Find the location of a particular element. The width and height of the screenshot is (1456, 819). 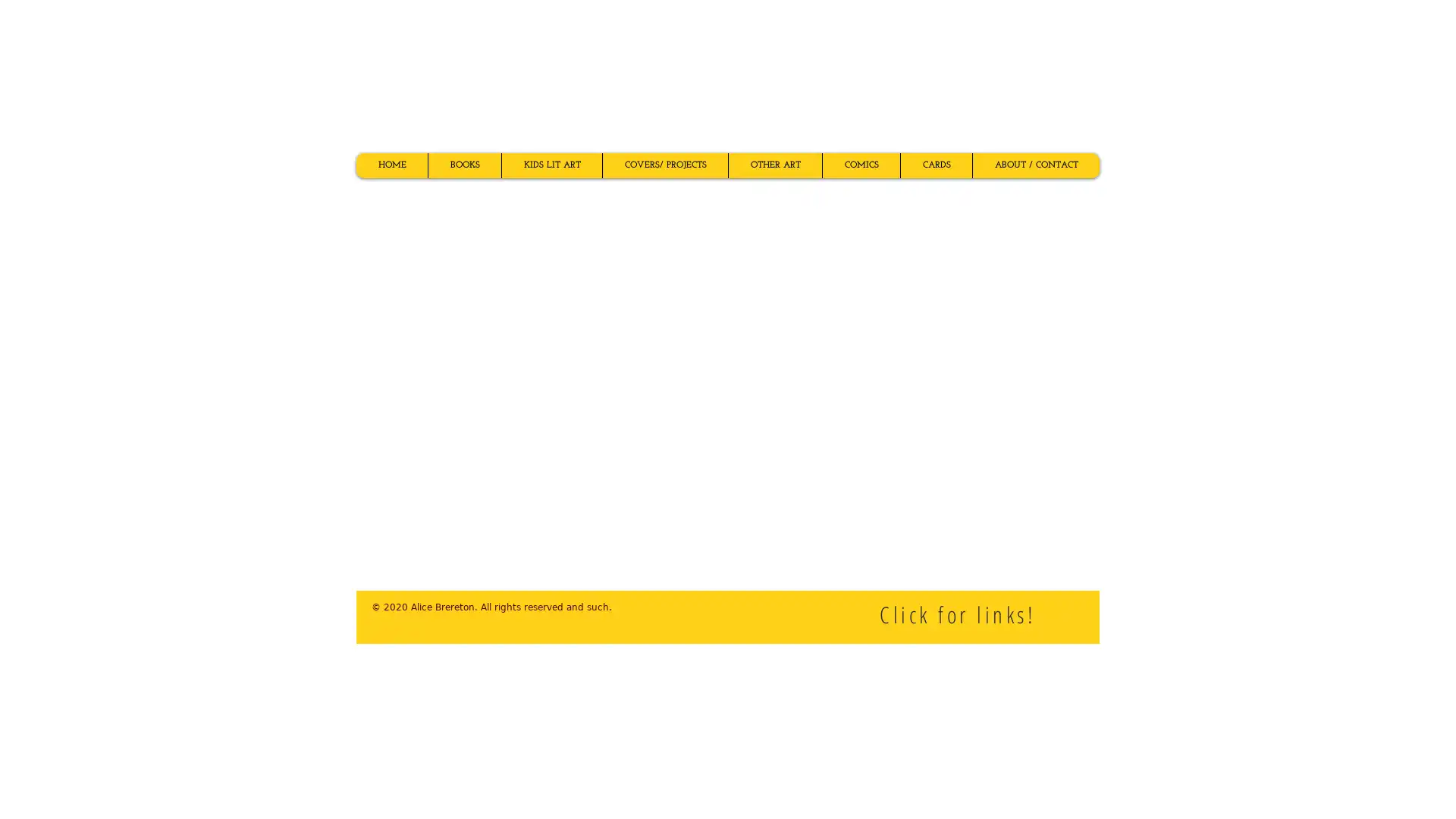

play backward is located at coordinates (373, 403).